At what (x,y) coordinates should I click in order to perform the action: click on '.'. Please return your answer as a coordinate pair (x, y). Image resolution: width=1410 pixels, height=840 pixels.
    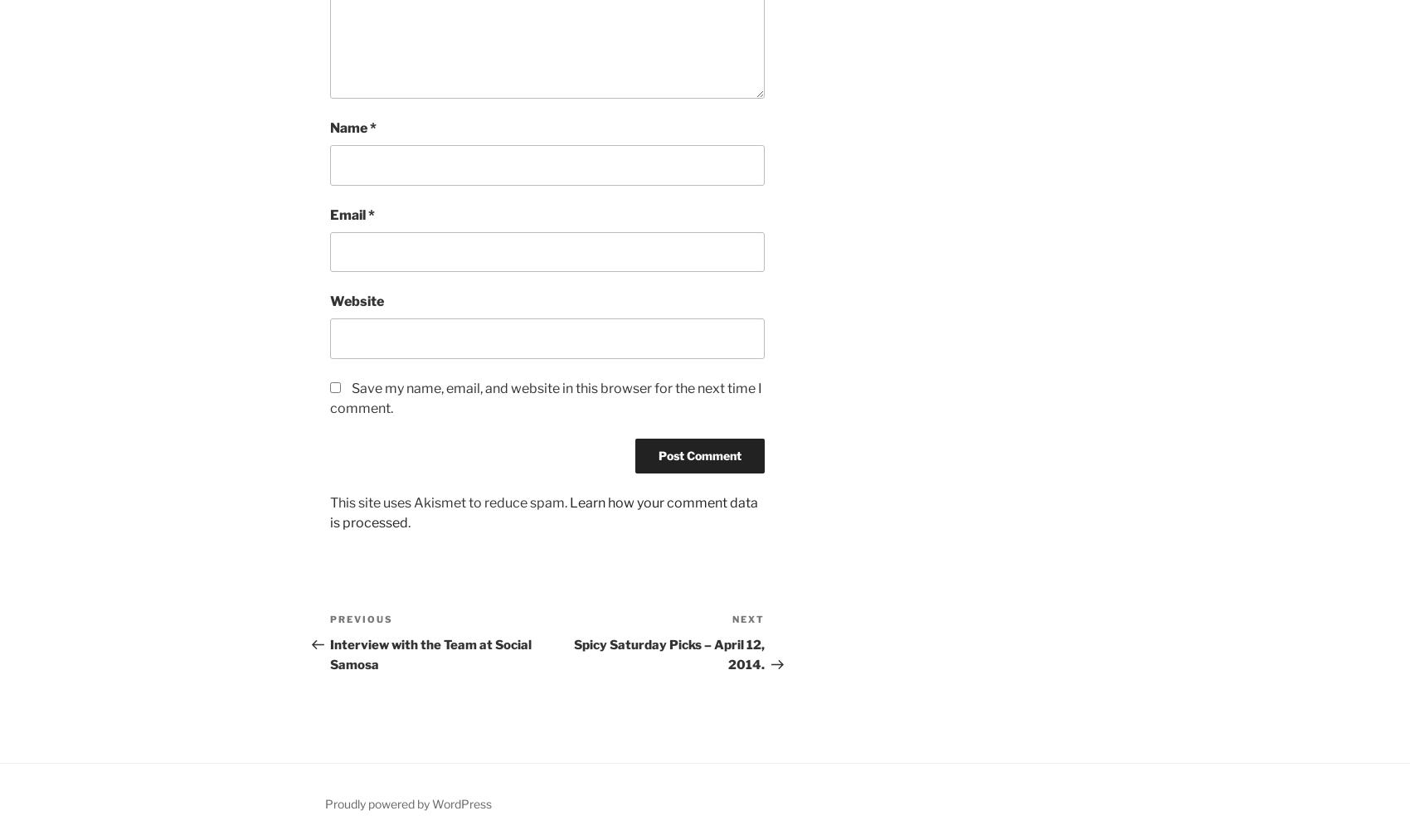
    Looking at the image, I should click on (409, 521).